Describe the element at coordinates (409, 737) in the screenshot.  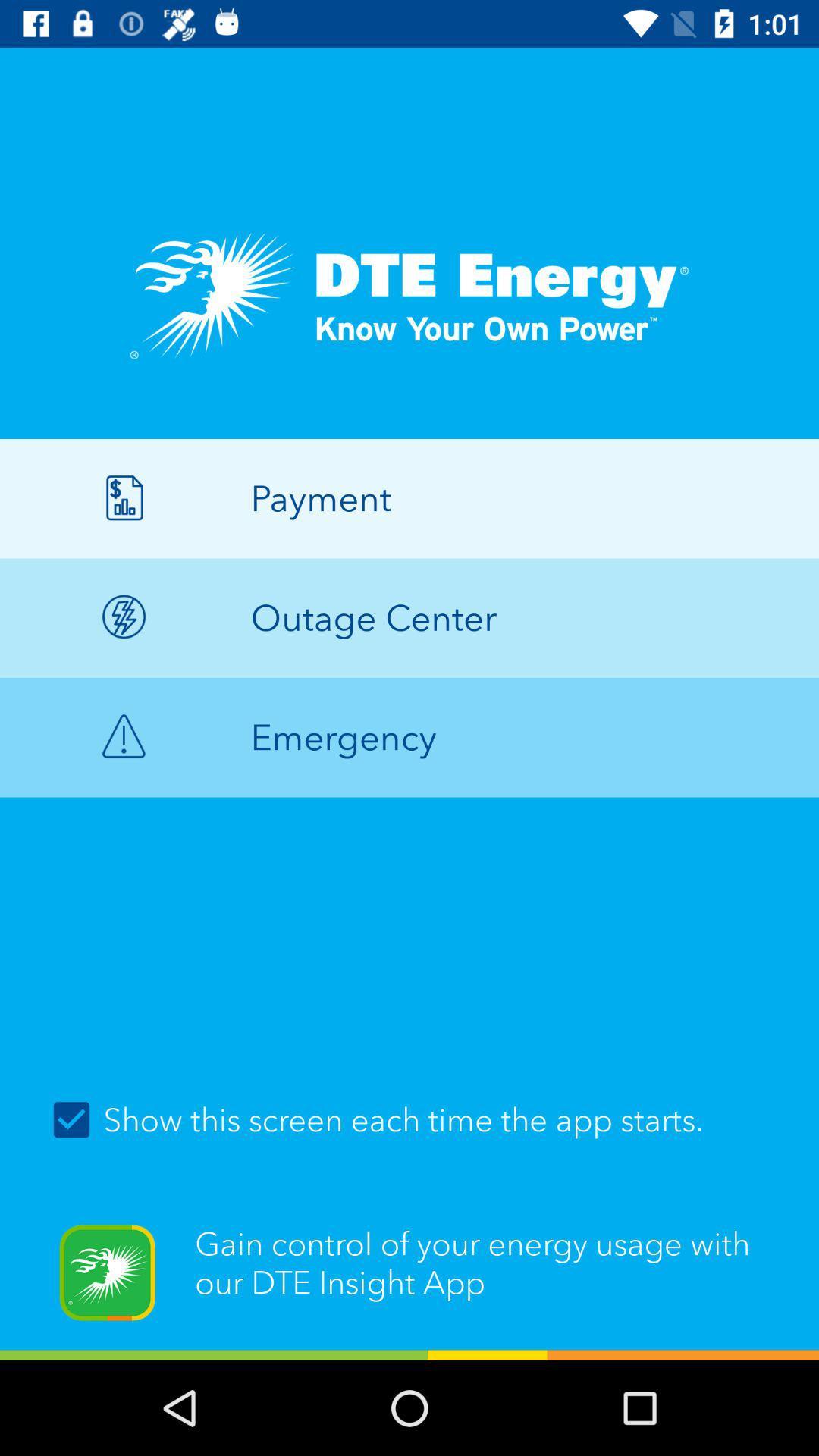
I see `the emergency` at that location.